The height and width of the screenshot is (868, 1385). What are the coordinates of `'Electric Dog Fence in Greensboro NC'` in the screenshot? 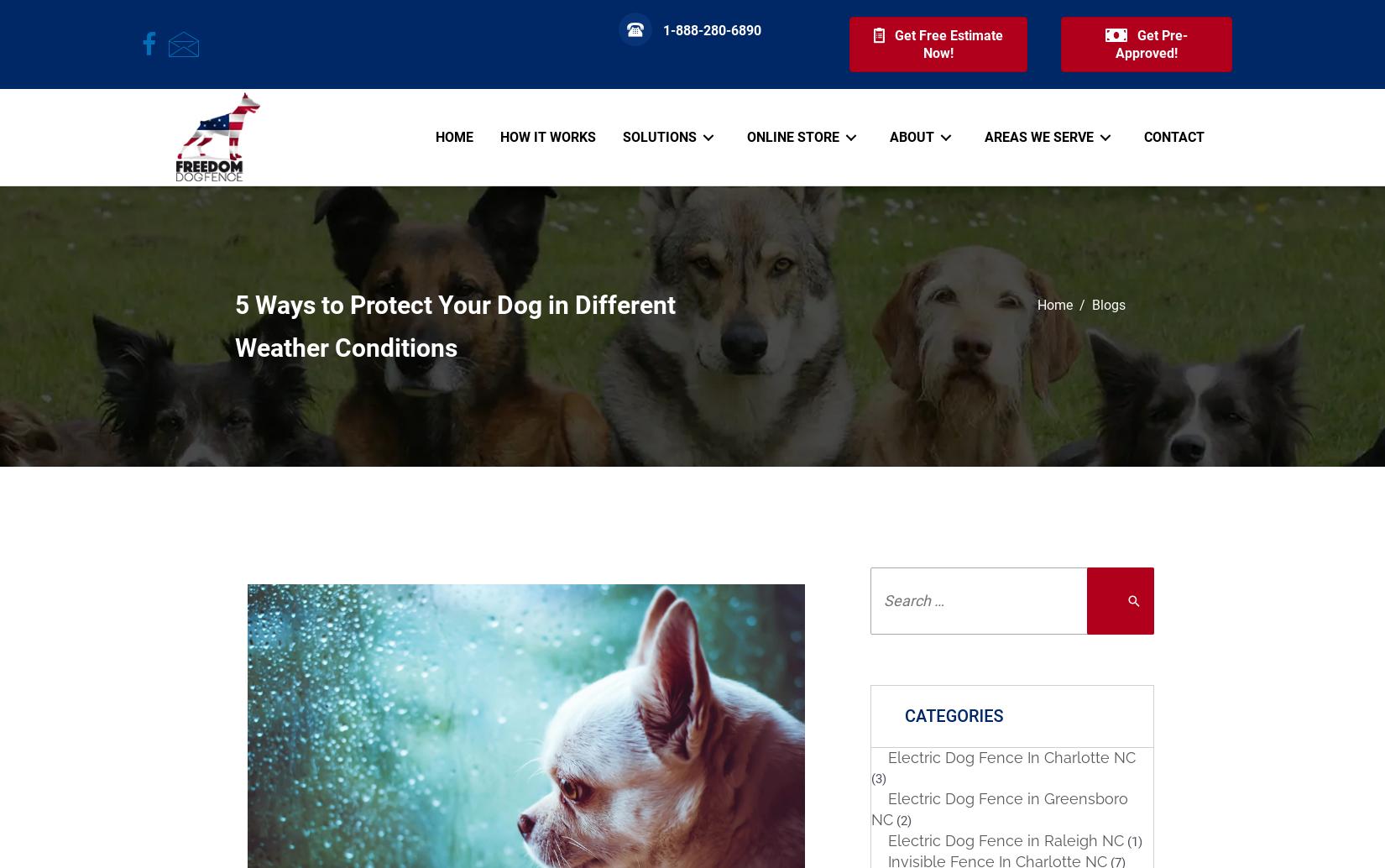 It's located at (999, 807).